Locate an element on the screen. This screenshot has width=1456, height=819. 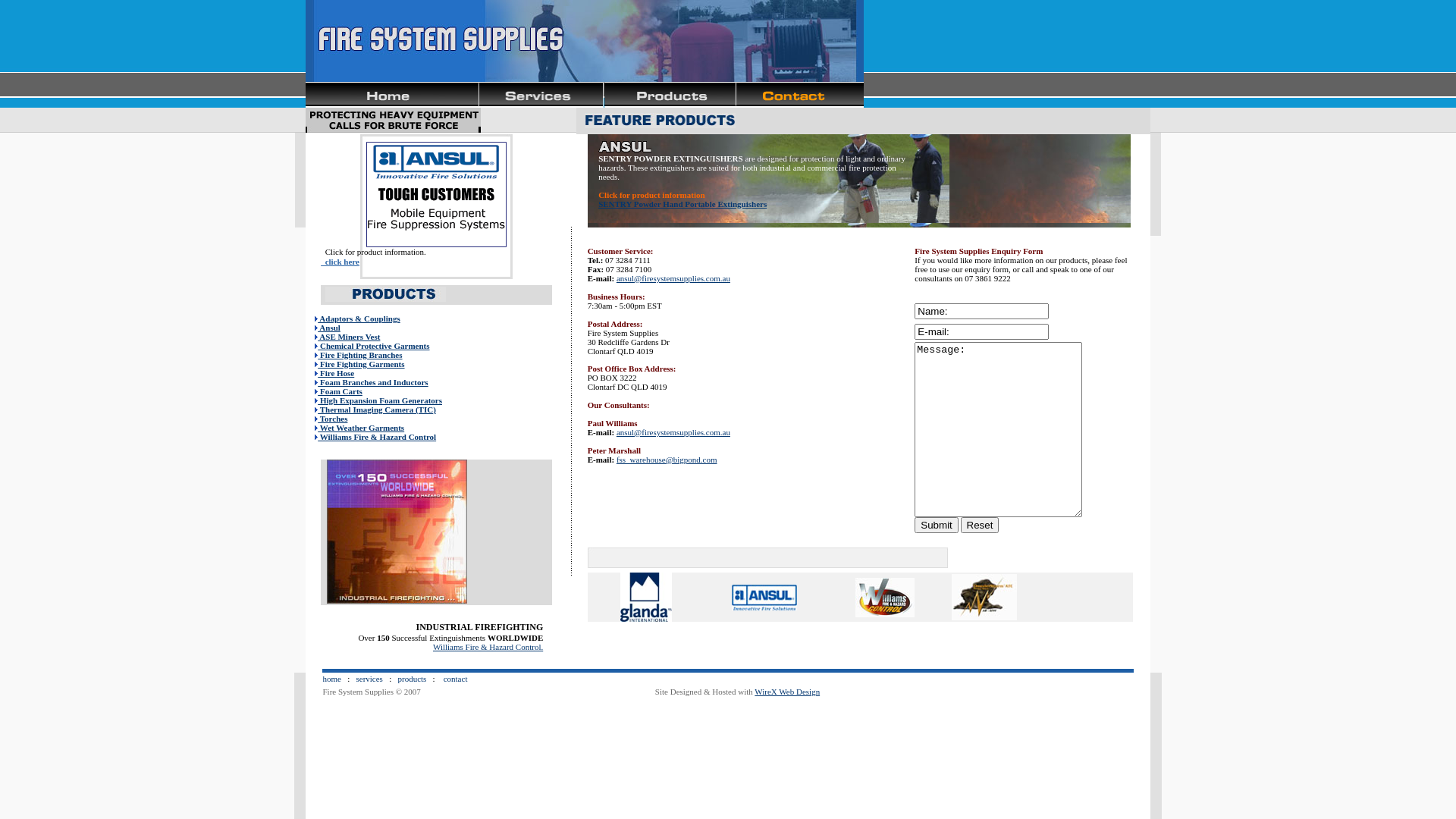
'home' is located at coordinates (330, 677).